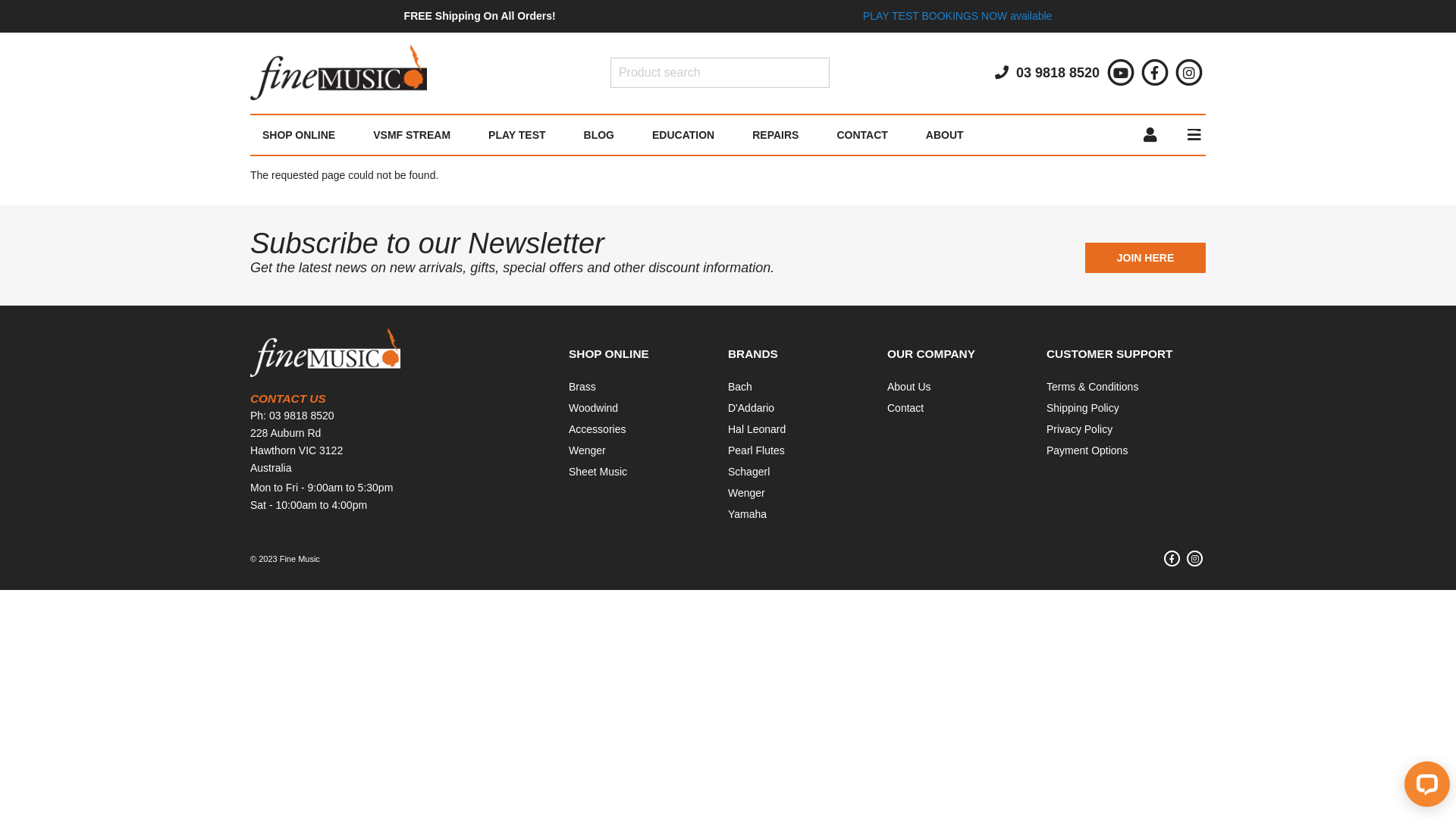 Image resolution: width=1456 pixels, height=819 pixels. Describe the element at coordinates (582, 385) in the screenshot. I see `'Brass'` at that location.